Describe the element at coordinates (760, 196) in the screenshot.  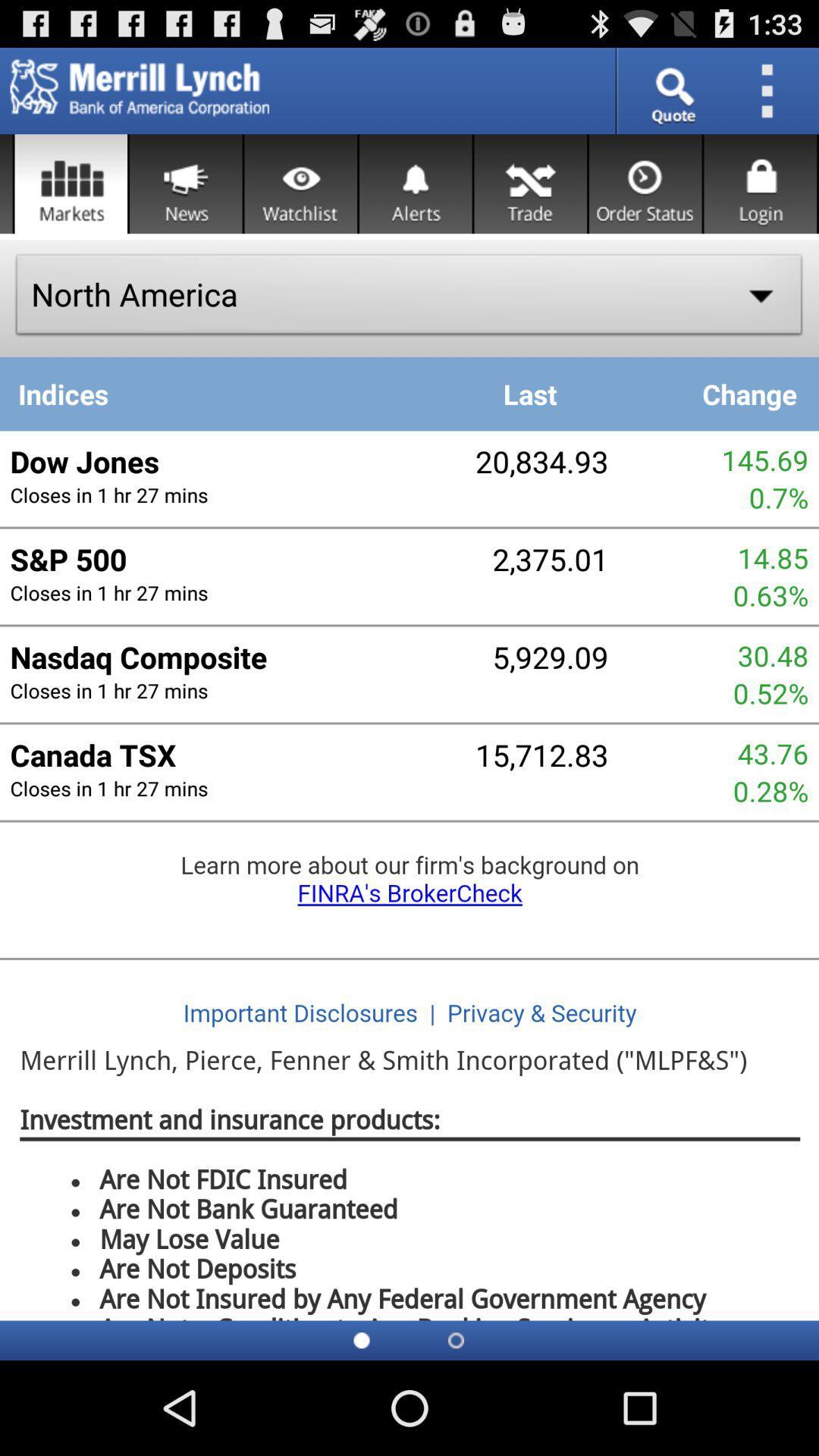
I see `the lock icon` at that location.